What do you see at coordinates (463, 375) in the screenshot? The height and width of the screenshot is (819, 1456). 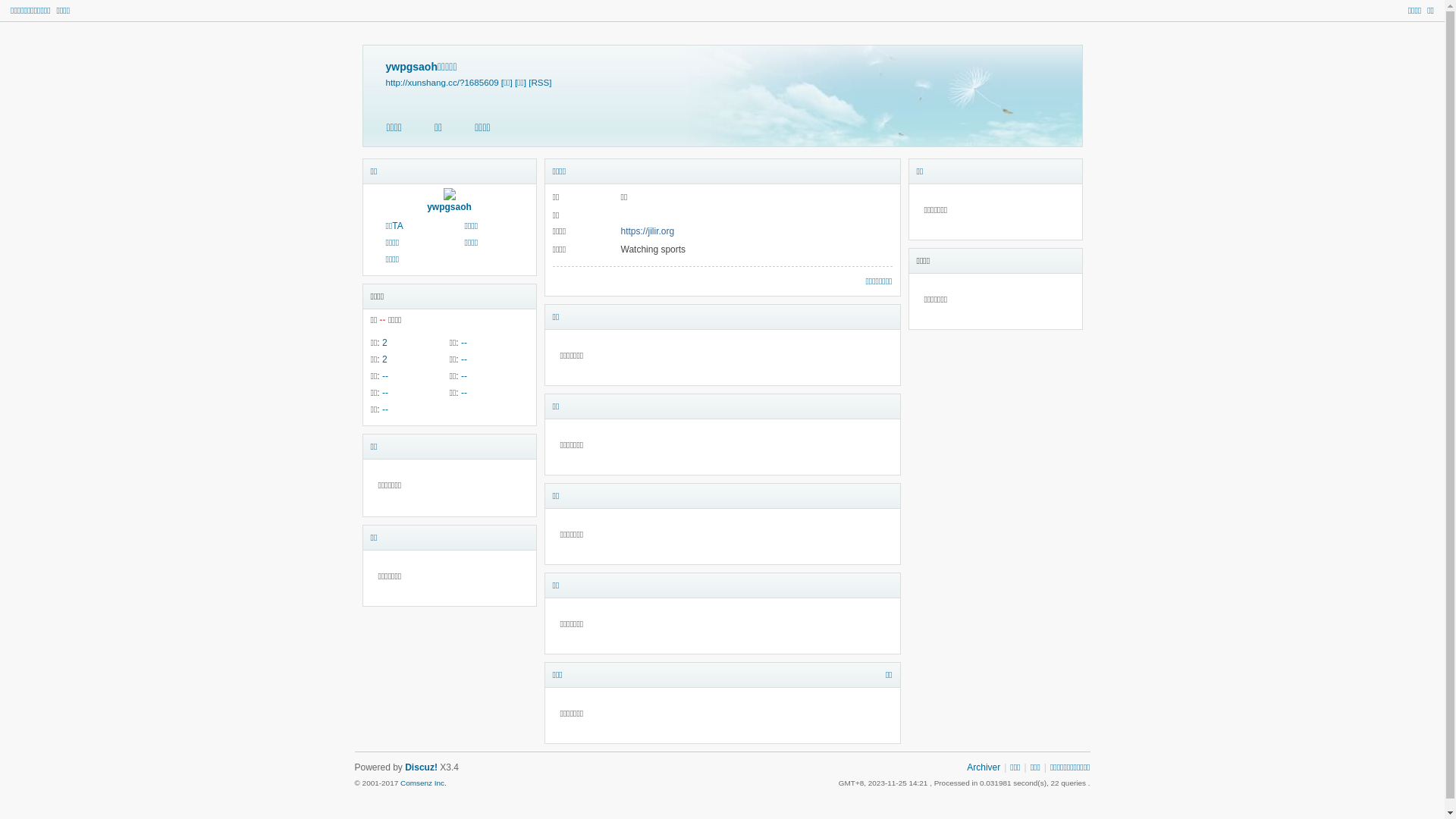 I see `'--'` at bounding box center [463, 375].